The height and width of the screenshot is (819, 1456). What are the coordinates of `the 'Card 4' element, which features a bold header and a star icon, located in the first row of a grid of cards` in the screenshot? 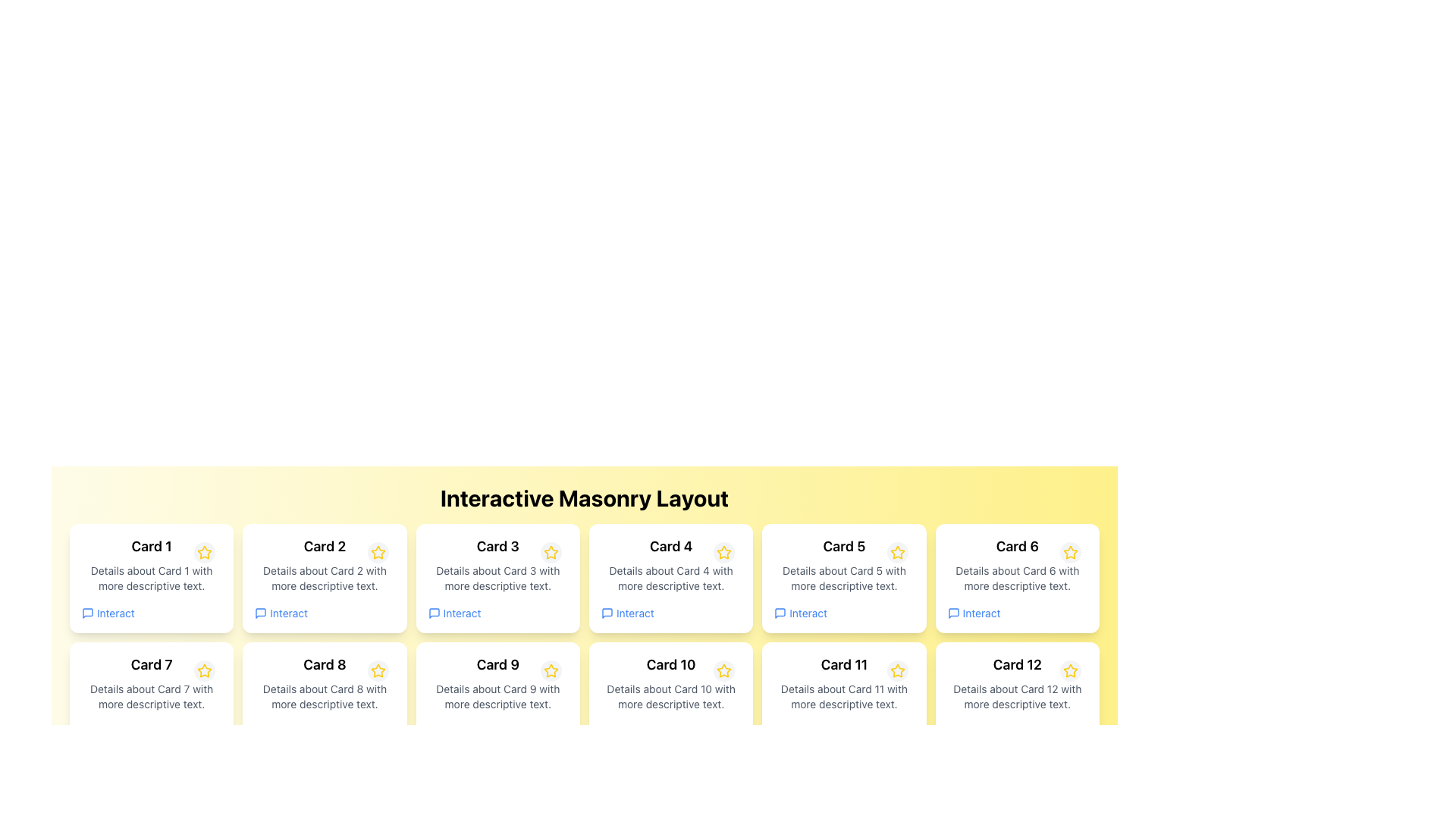 It's located at (670, 579).